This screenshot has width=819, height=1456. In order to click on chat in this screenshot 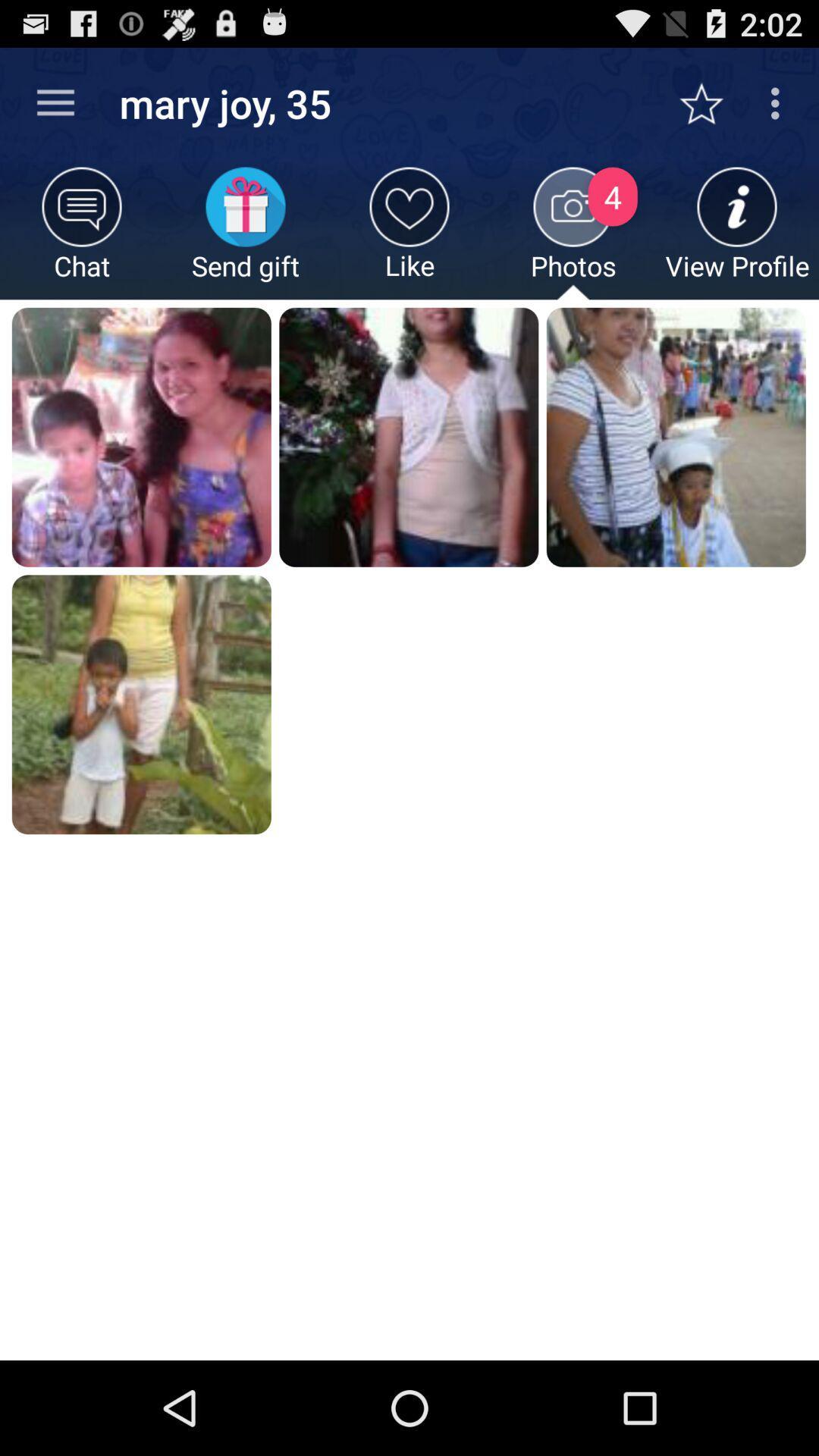, I will do `click(82, 232)`.